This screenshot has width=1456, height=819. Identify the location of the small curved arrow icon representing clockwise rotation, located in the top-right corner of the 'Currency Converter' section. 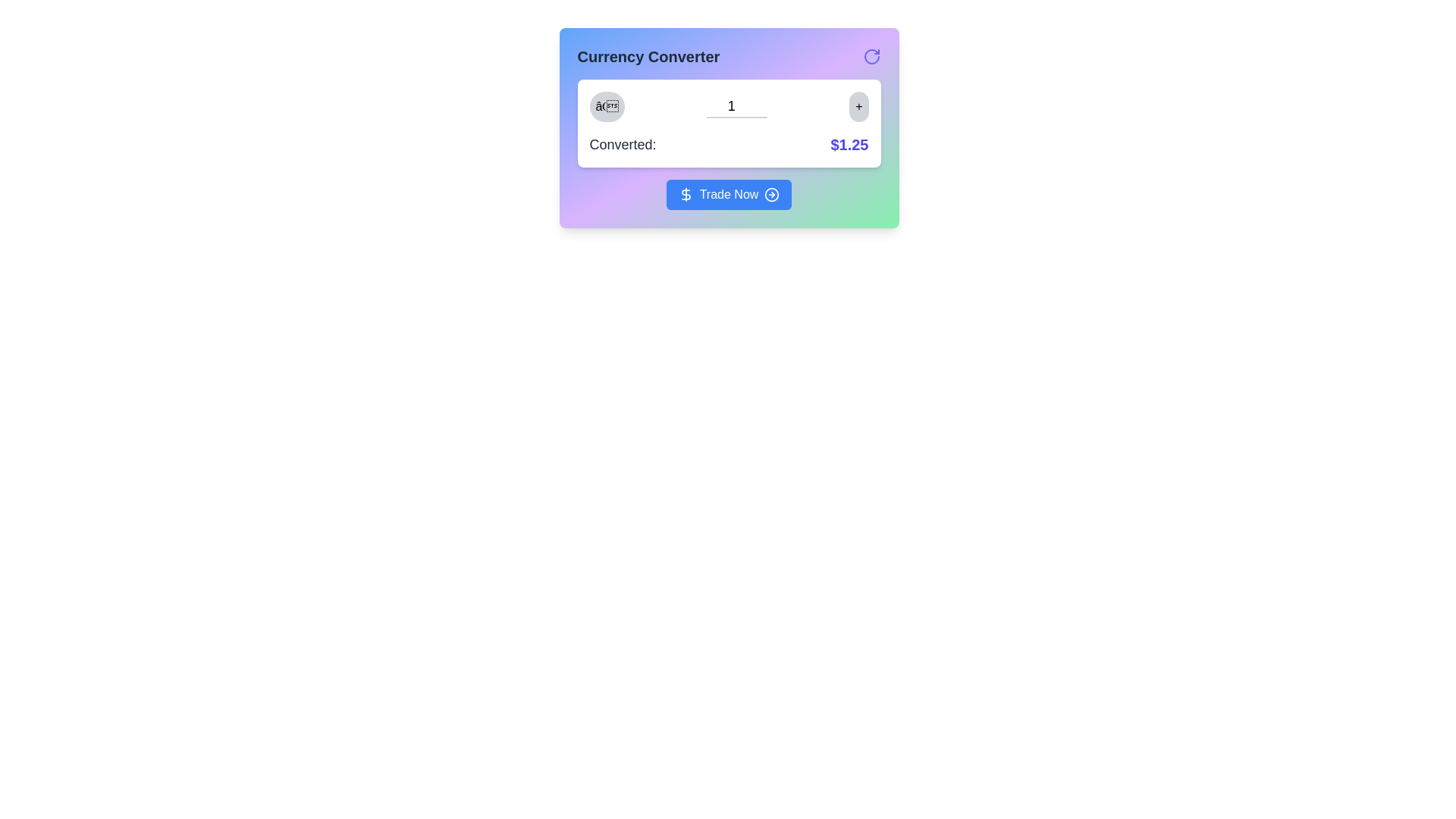
(871, 55).